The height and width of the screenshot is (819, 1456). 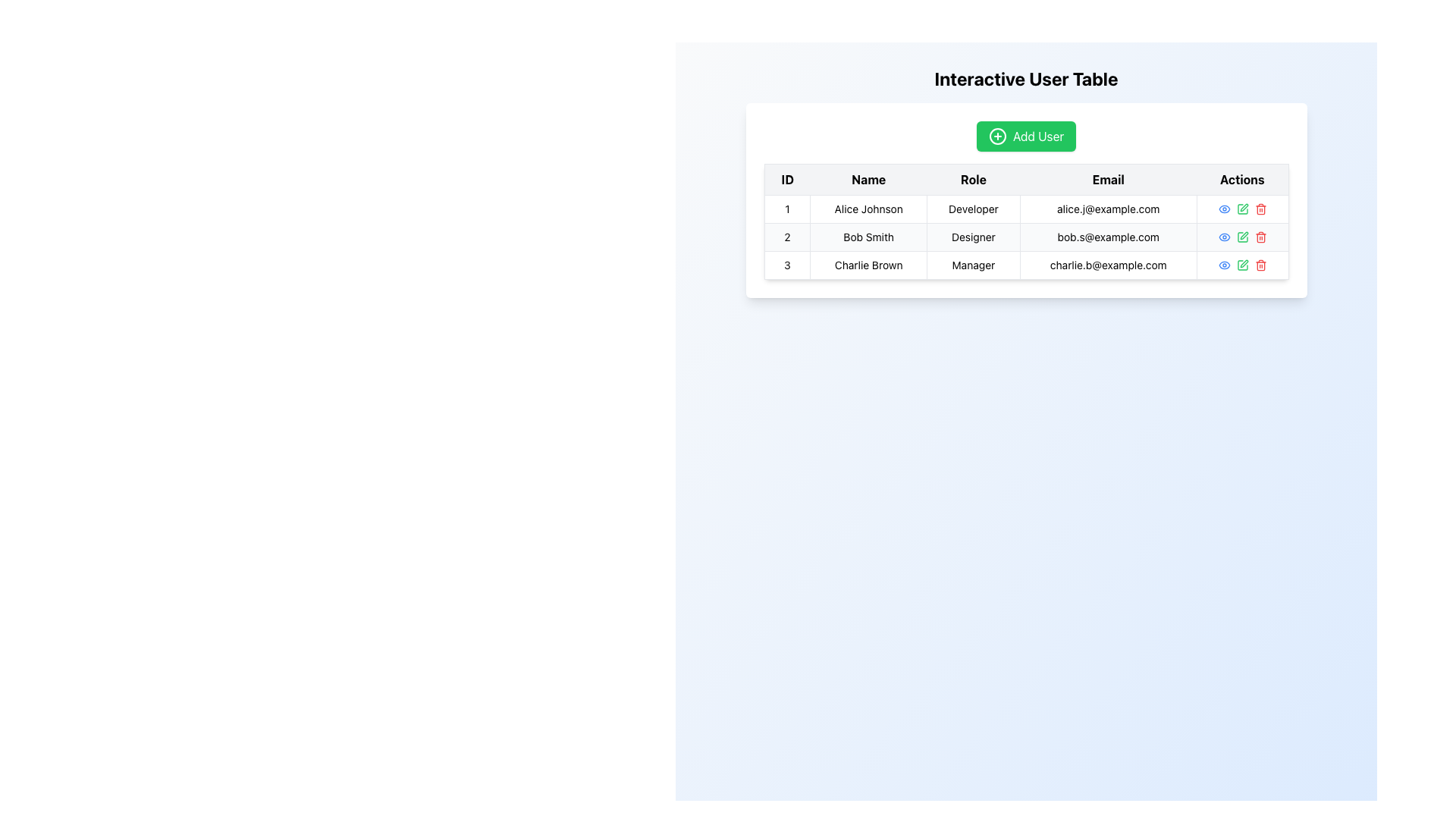 I want to click on the green pen icon in the Actions column of the second row for the user named 'Bob Smith', so click(x=1242, y=209).